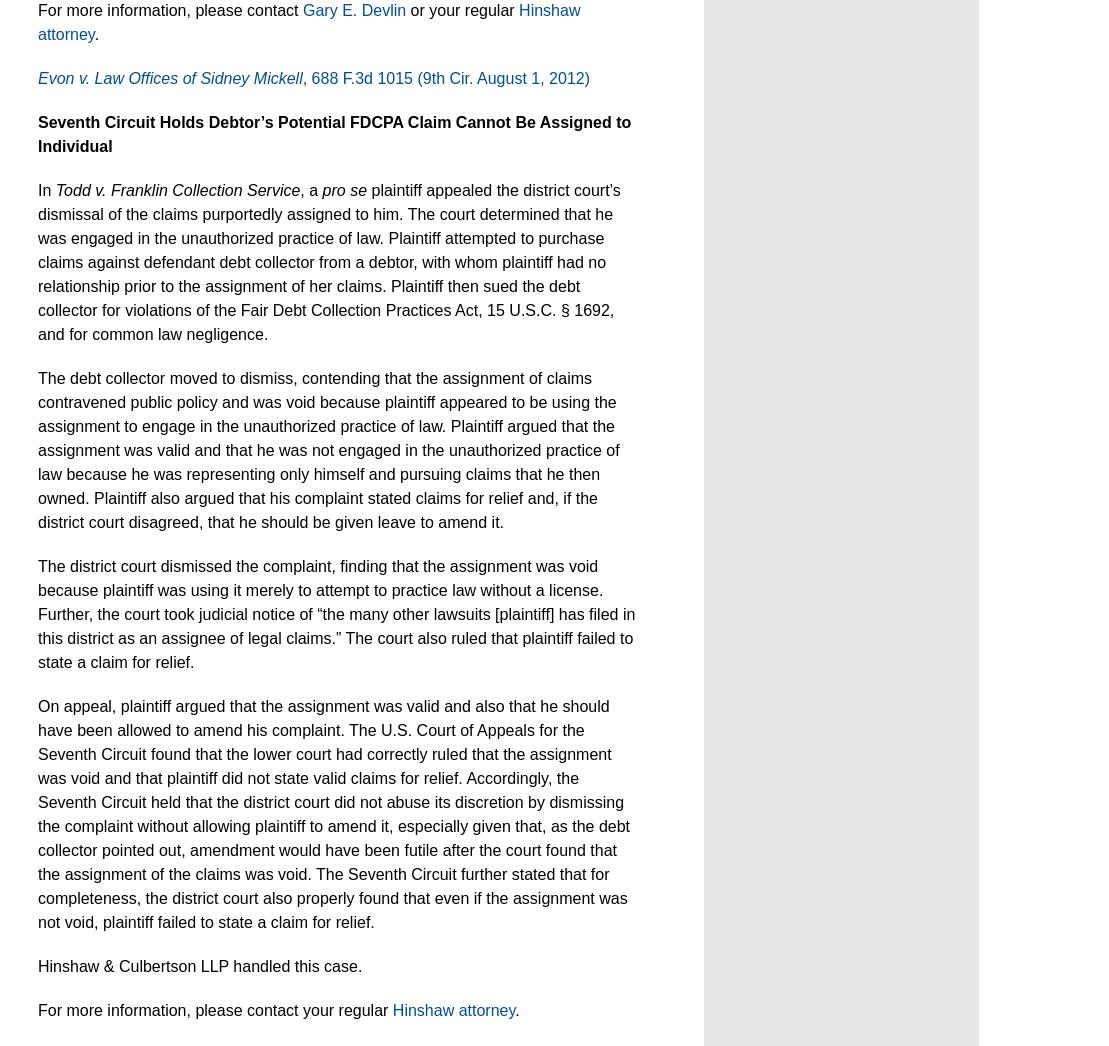 The image size is (1109, 1046). I want to click on 'In', so click(38, 190).